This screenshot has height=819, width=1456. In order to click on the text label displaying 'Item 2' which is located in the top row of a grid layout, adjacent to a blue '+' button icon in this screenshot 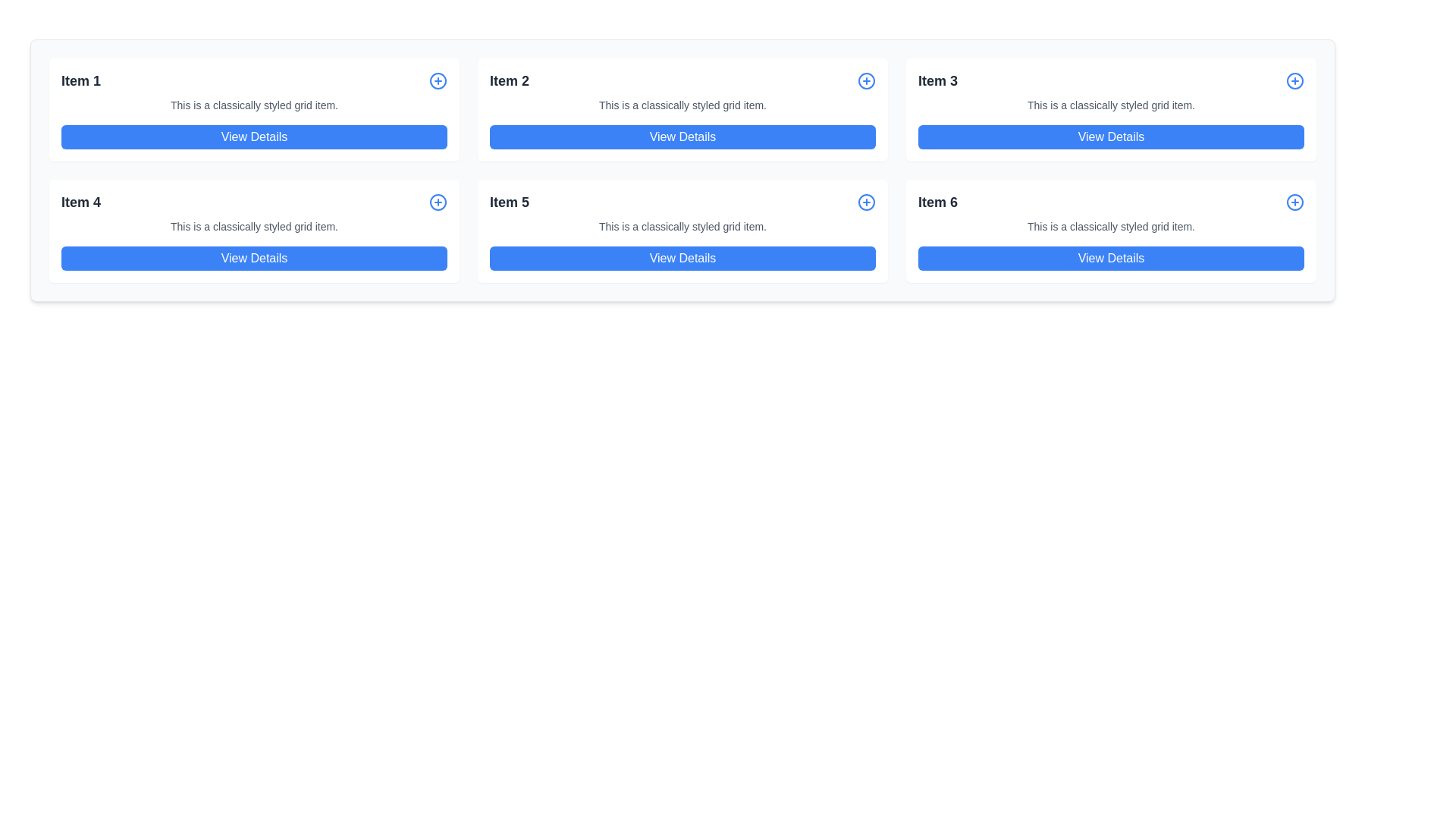, I will do `click(510, 81)`.